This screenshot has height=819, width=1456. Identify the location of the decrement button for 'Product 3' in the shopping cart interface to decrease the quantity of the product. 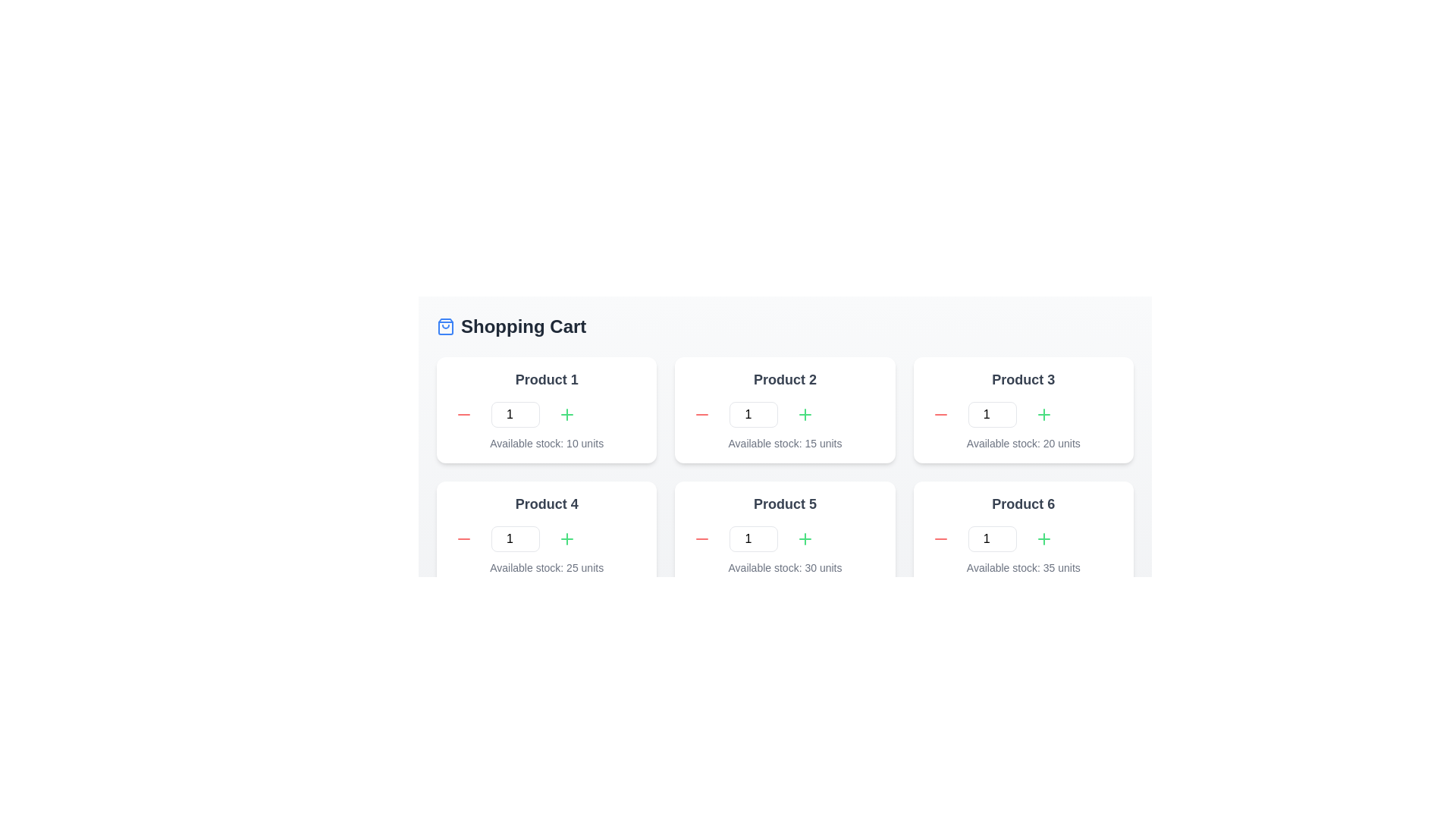
(940, 415).